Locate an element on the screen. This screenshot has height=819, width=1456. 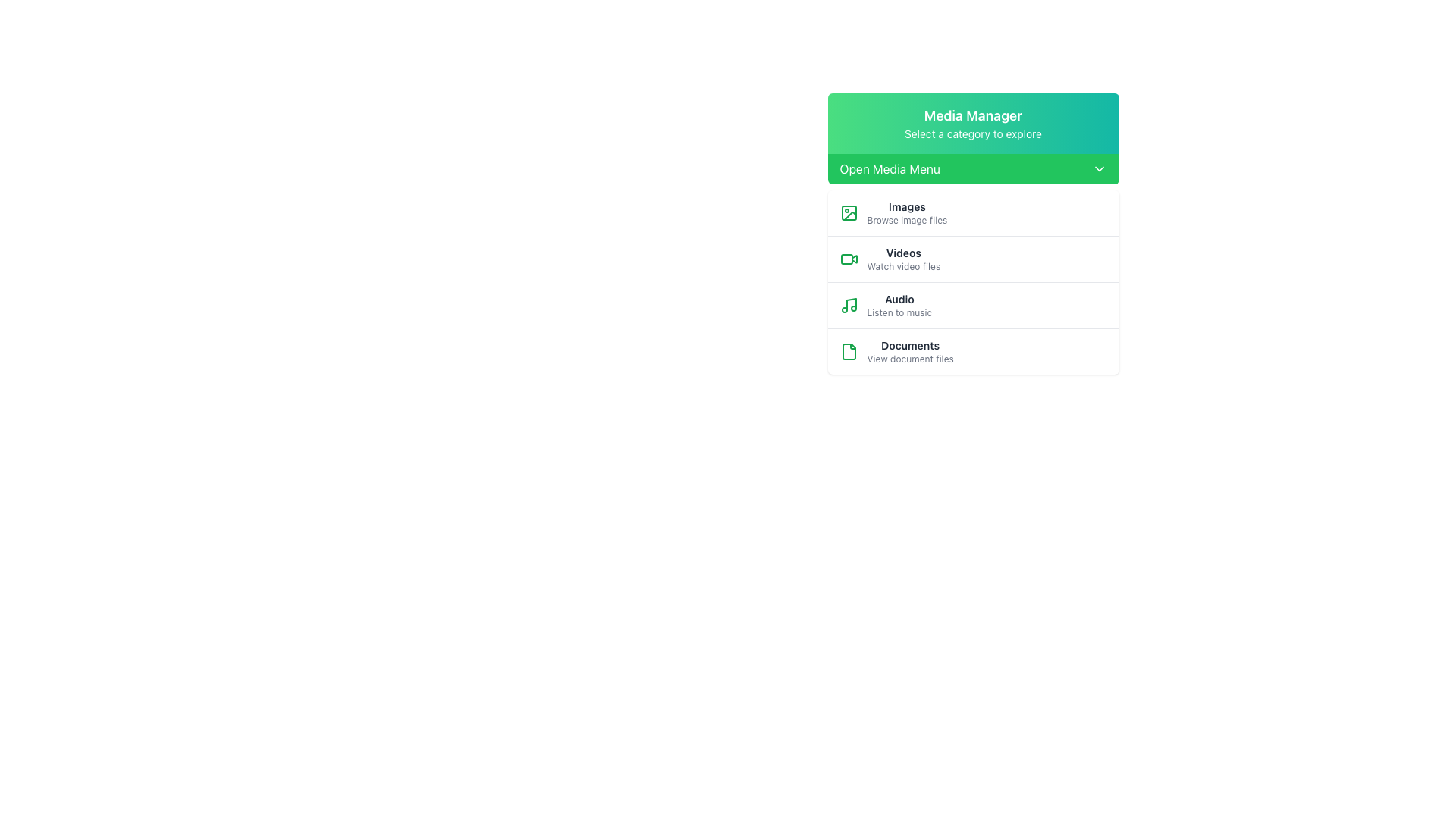
the descriptive text element located in the 'Media Manager' dropdown panel, which provides information about the 'Documents' category is located at coordinates (910, 359).